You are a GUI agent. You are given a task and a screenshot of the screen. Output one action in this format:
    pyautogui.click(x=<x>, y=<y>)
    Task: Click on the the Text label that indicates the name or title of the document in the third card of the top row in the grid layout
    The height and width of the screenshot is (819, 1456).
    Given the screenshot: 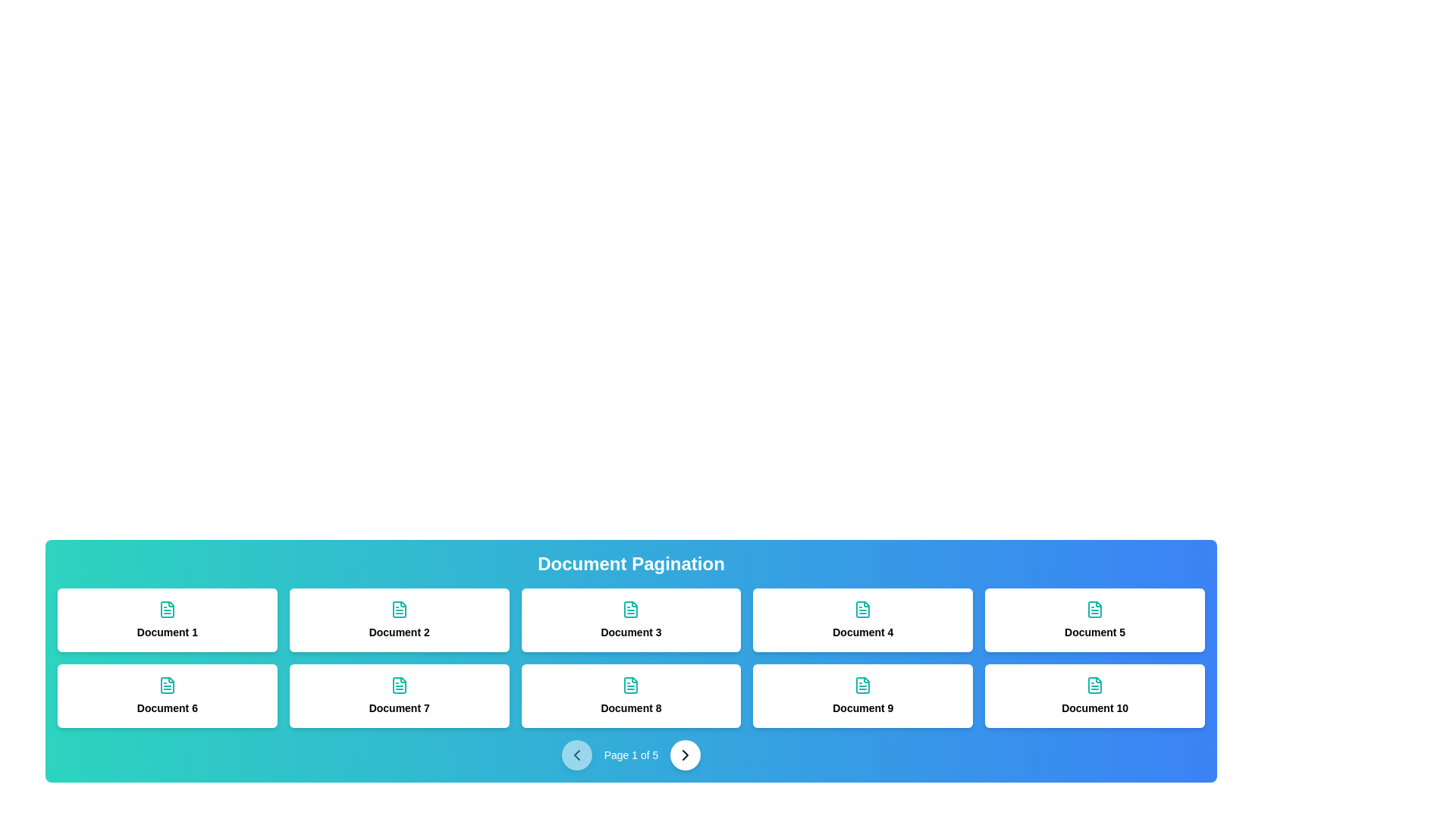 What is the action you would take?
    pyautogui.click(x=631, y=632)
    